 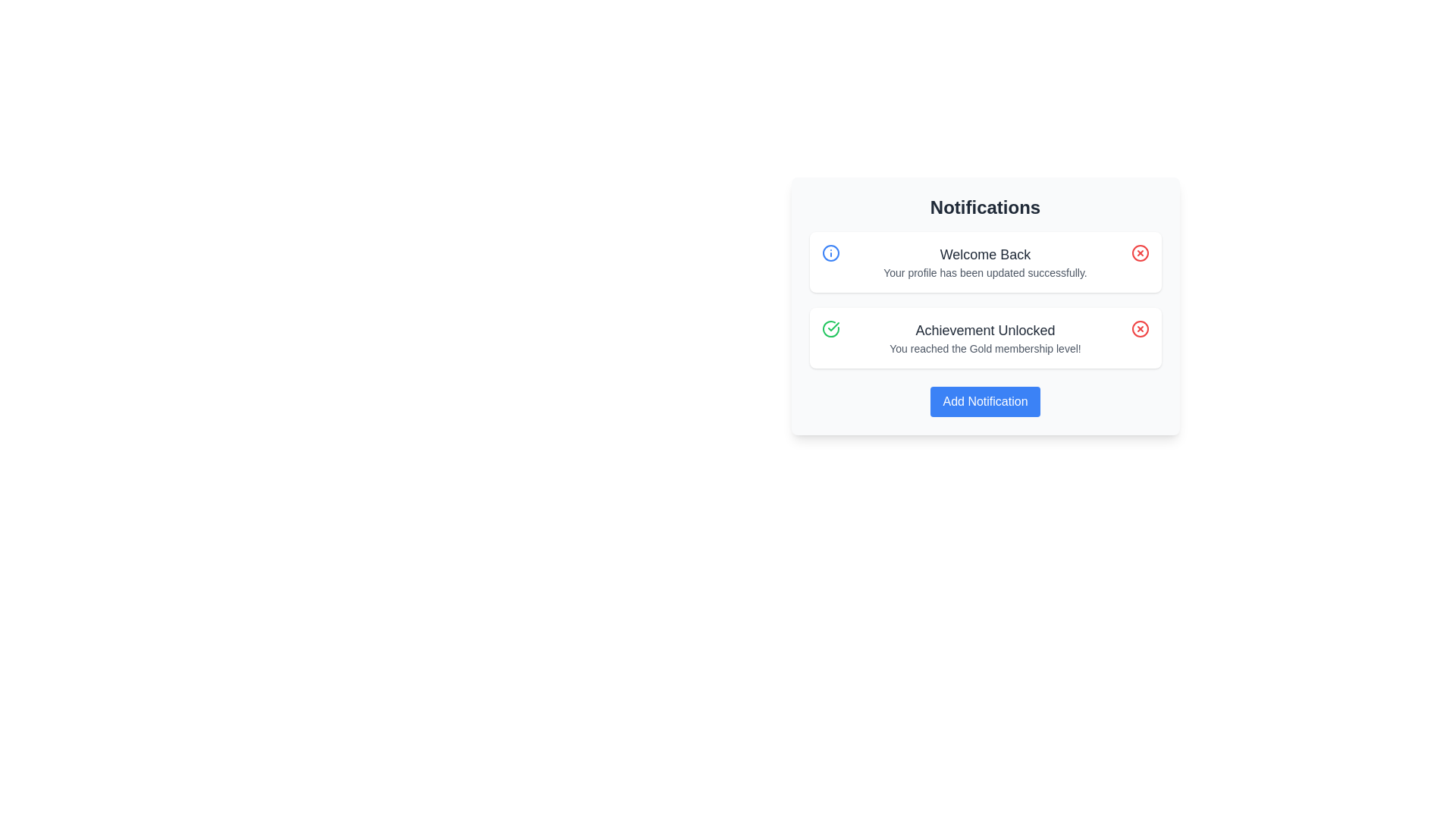 What do you see at coordinates (1140, 253) in the screenshot?
I see `the red circular button with an 'X' symbol, located on the right side of the notification section aligned with the title 'Welcome Back'` at bounding box center [1140, 253].